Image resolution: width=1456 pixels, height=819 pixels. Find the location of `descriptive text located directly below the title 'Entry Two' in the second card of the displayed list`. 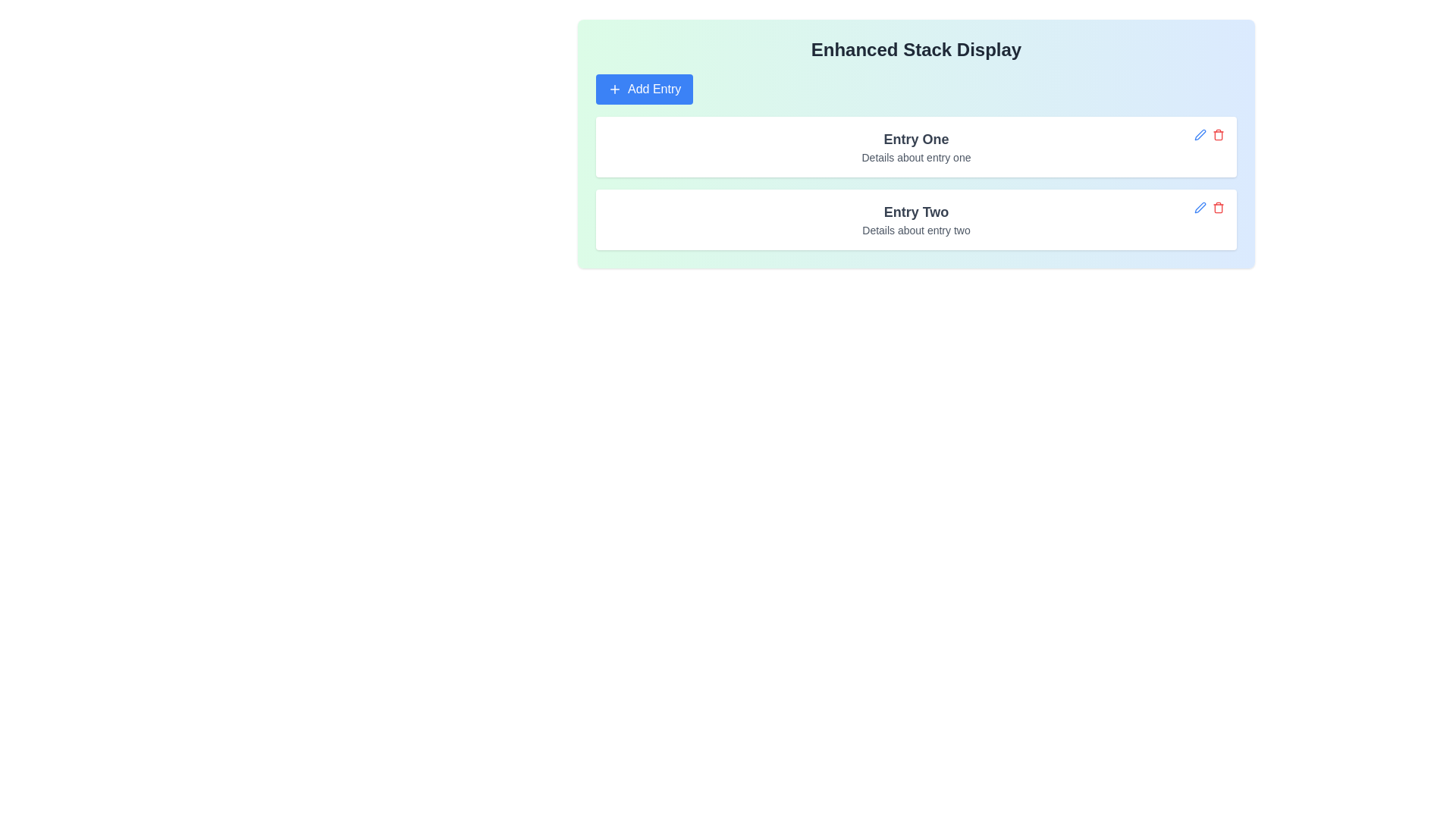

descriptive text located directly below the title 'Entry Two' in the second card of the displayed list is located at coordinates (915, 231).